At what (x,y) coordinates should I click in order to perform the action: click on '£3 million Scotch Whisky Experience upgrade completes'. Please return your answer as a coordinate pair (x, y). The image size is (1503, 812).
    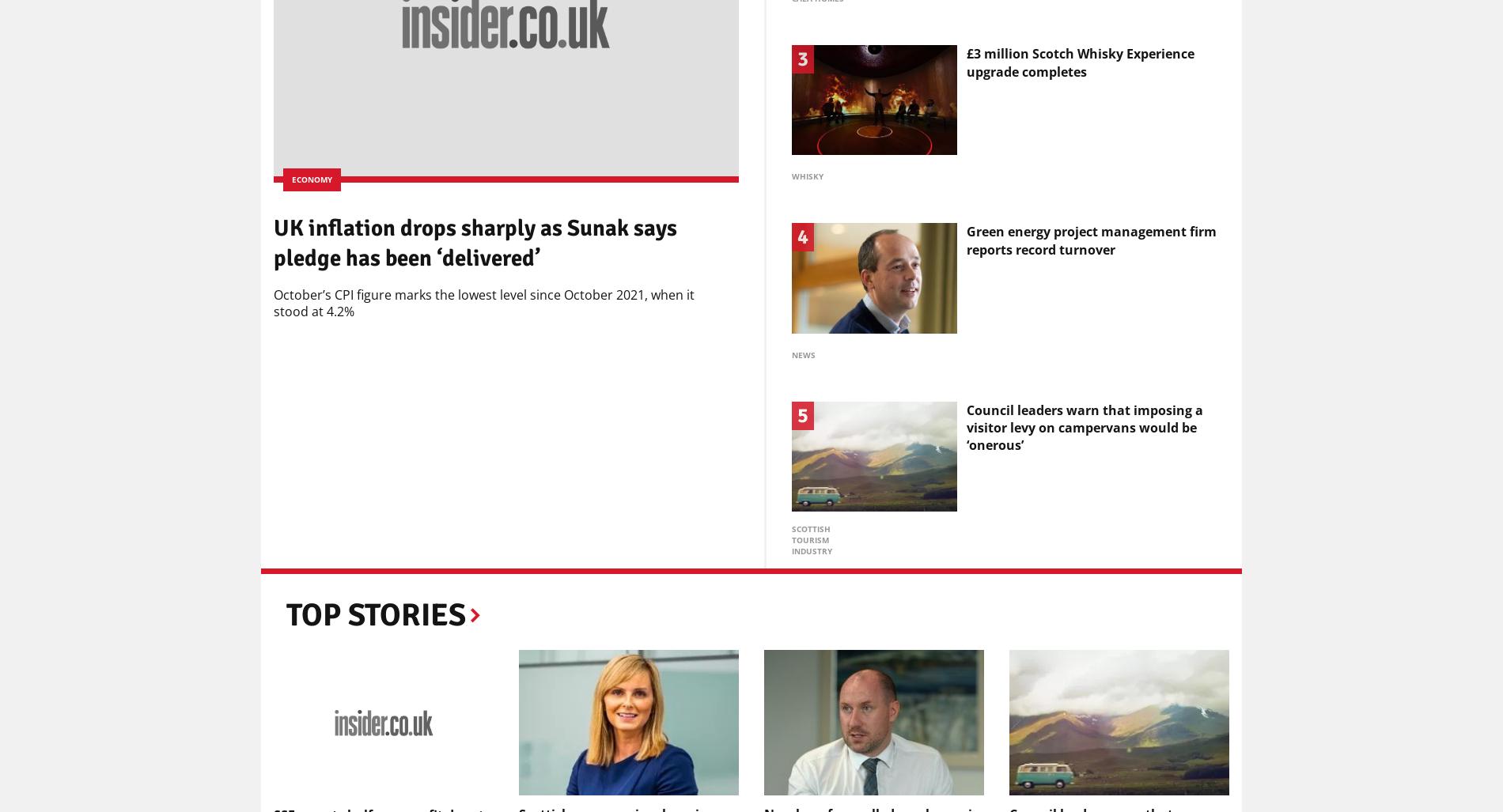
    Looking at the image, I should click on (1079, 61).